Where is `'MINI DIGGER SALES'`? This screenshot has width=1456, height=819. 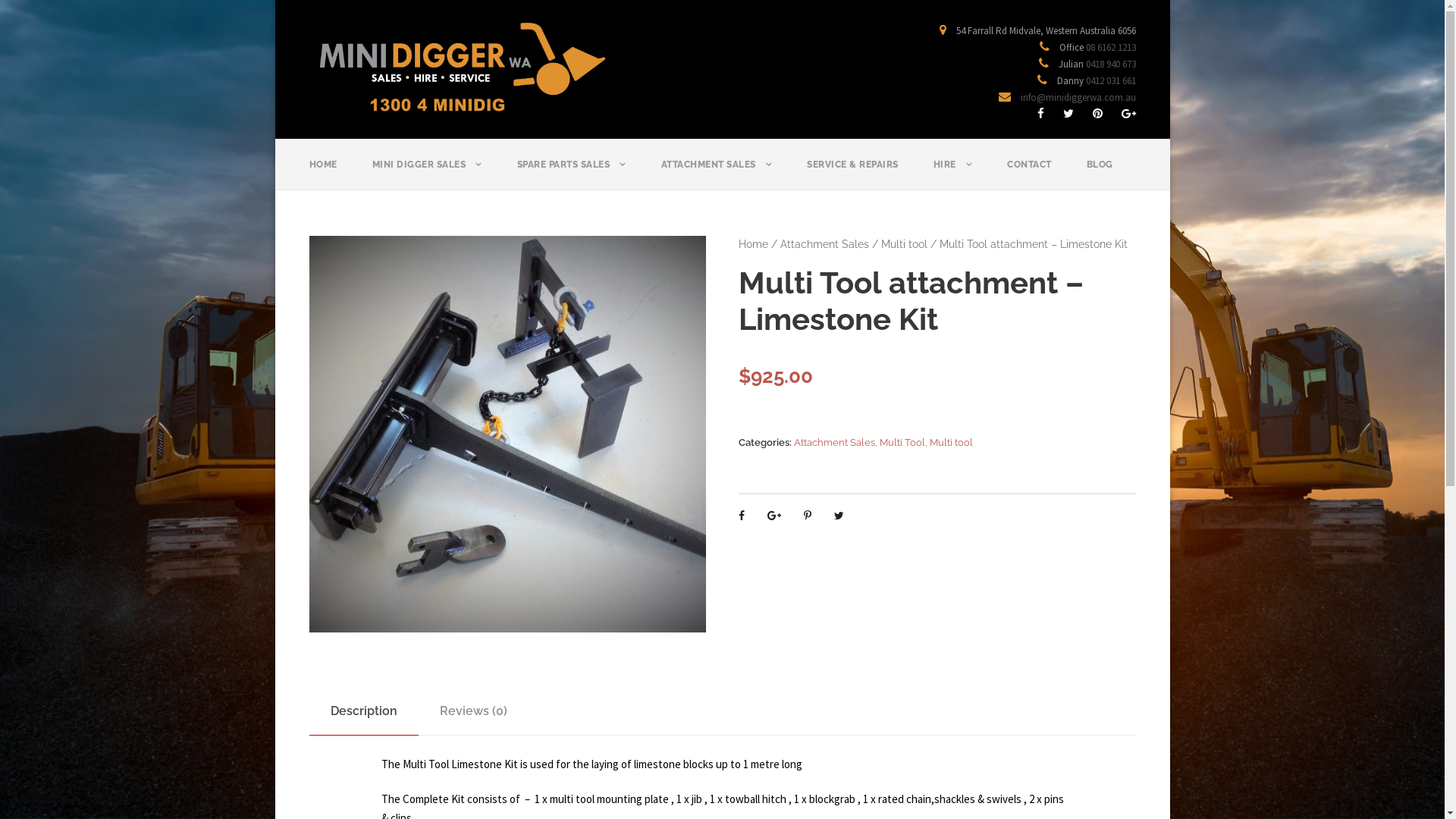 'MINI DIGGER SALES' is located at coordinates (425, 172).